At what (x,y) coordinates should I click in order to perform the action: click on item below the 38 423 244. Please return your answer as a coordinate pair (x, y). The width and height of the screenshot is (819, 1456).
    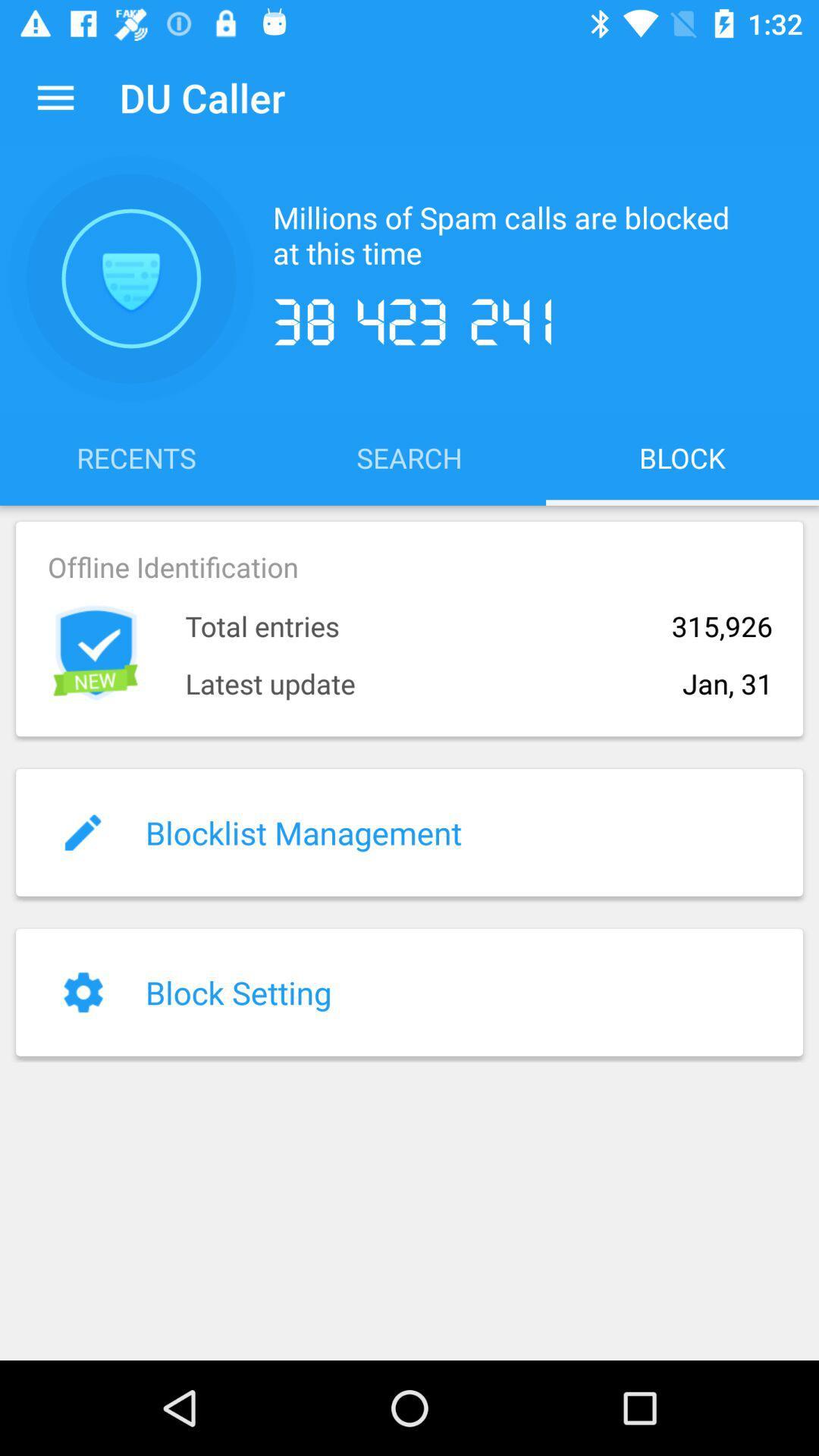
    Looking at the image, I should click on (409, 457).